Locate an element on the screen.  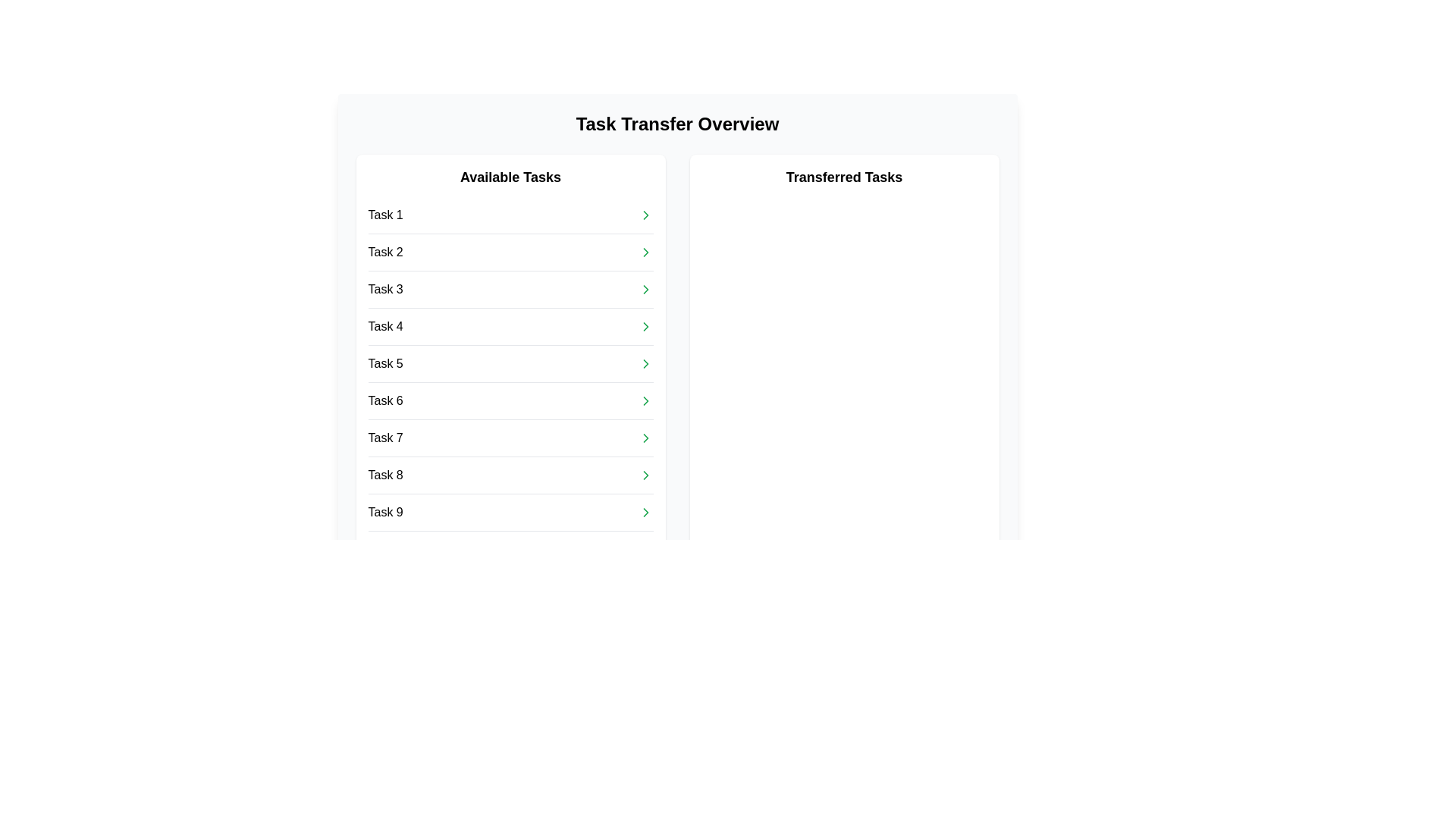
the rightward-pointing chevron indicator associated with 'Task 4' in the 'Available Tasks' section is located at coordinates (645, 326).